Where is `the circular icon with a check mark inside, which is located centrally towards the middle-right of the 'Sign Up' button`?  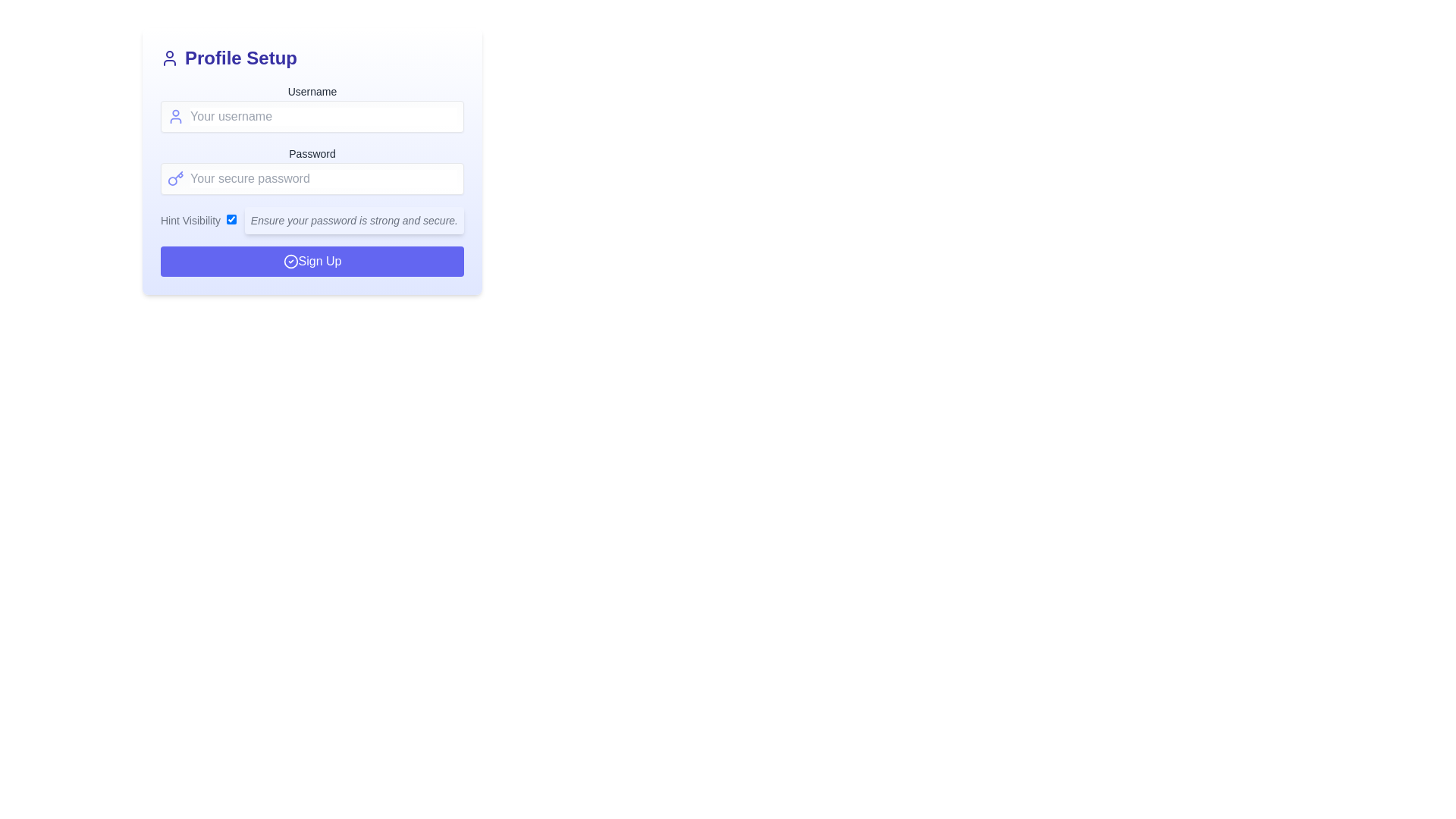 the circular icon with a check mark inside, which is located centrally towards the middle-right of the 'Sign Up' button is located at coordinates (290, 260).